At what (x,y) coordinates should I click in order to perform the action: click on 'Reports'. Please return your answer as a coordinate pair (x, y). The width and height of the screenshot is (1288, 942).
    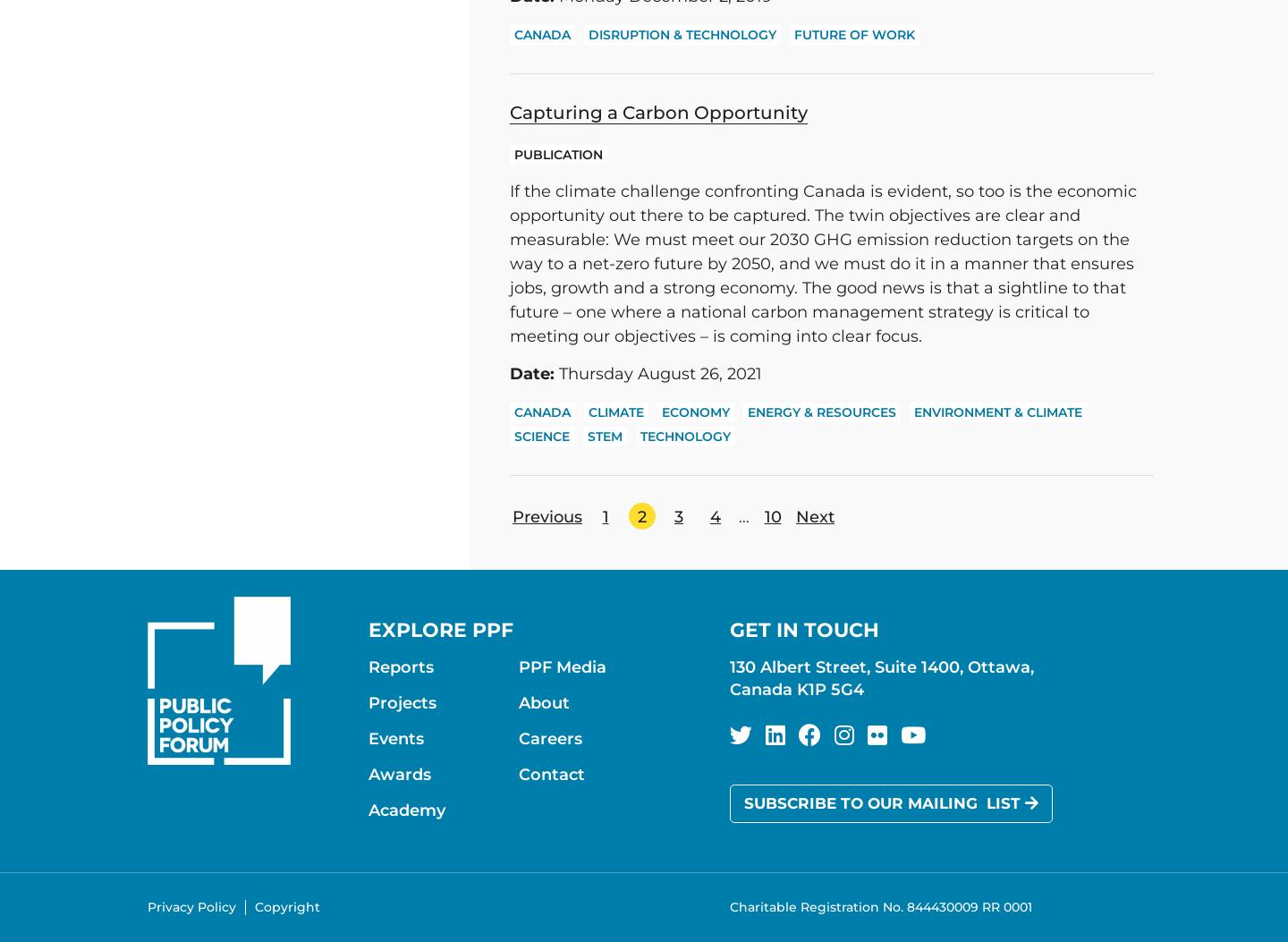
    Looking at the image, I should click on (401, 666).